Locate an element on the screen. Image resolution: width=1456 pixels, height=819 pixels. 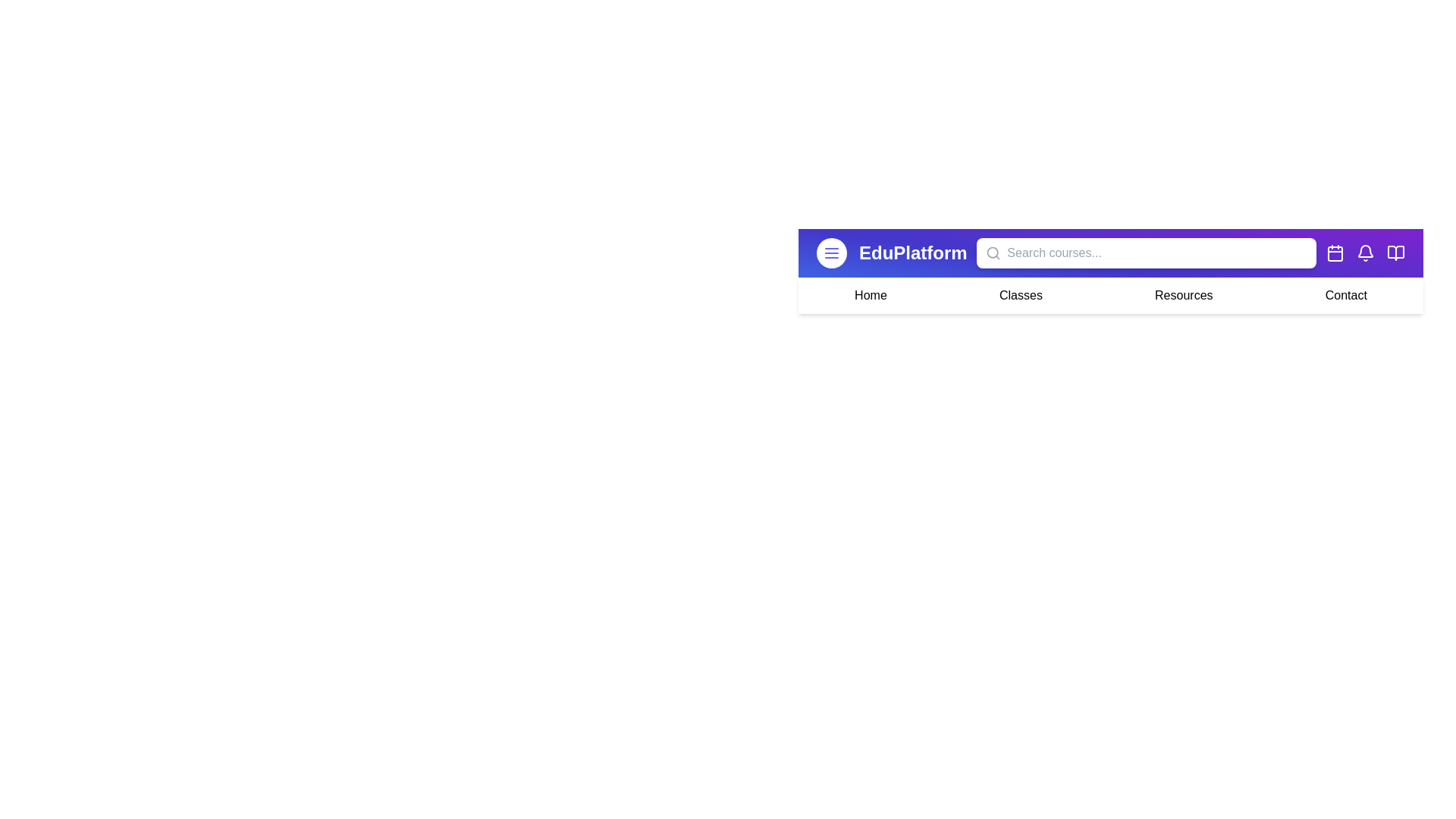
the navigation link for Contact is located at coordinates (1346, 295).